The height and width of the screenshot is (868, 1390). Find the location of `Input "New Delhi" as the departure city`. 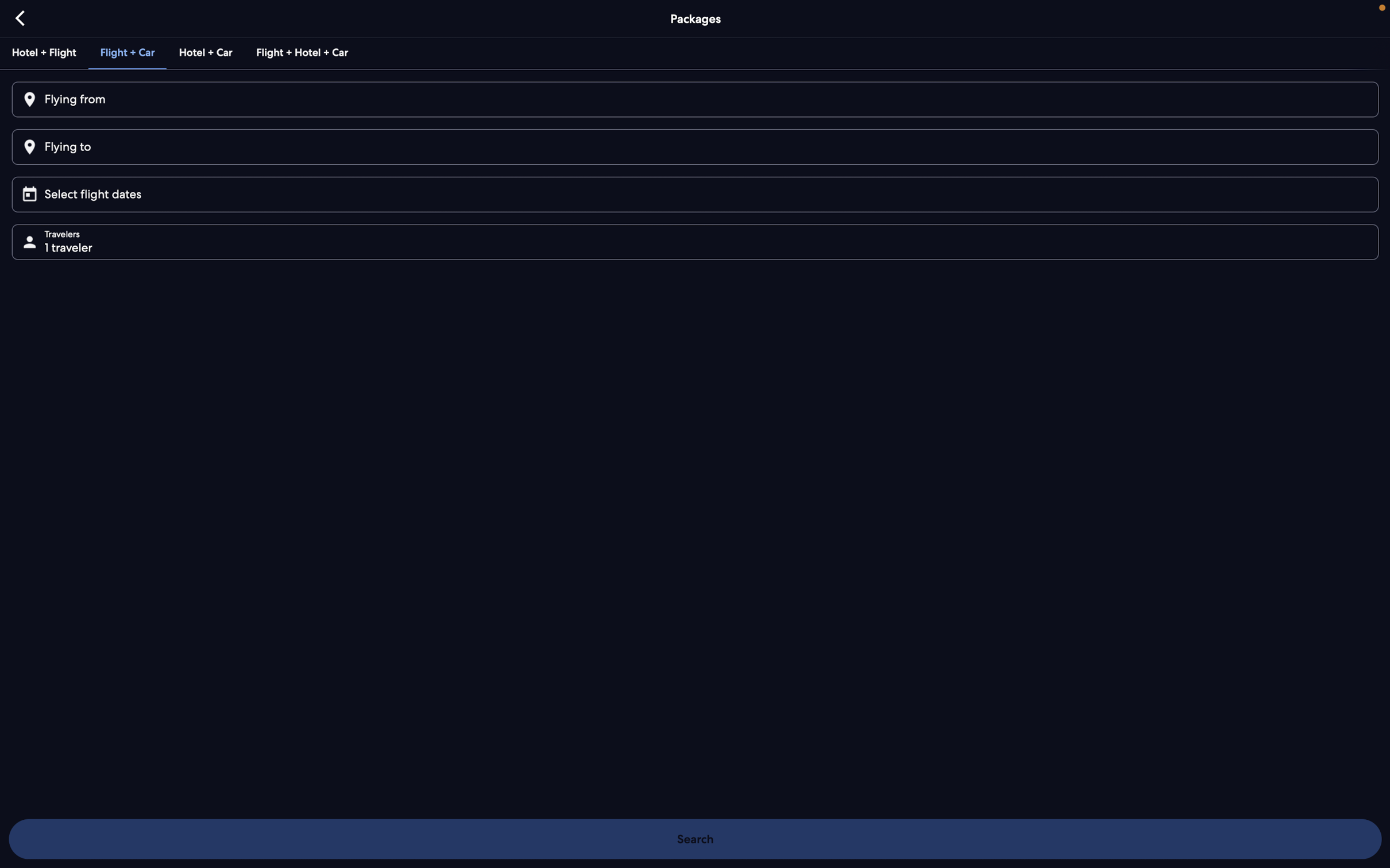

Input "New Delhi" as the departure city is located at coordinates (693, 100).